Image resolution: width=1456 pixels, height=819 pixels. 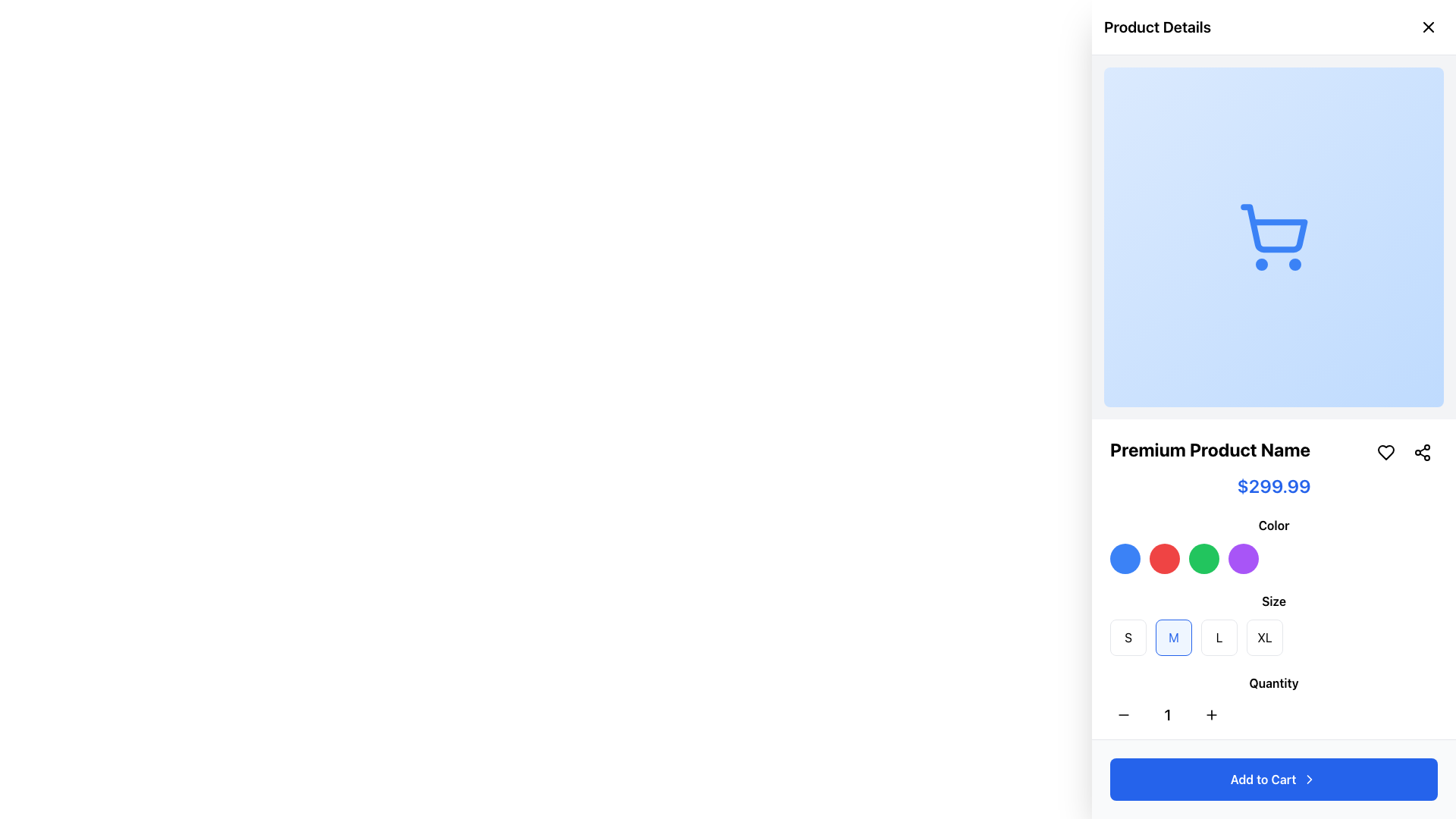 I want to click on the circular '+' button located in the 'Quantity' section, so click(x=1211, y=714).